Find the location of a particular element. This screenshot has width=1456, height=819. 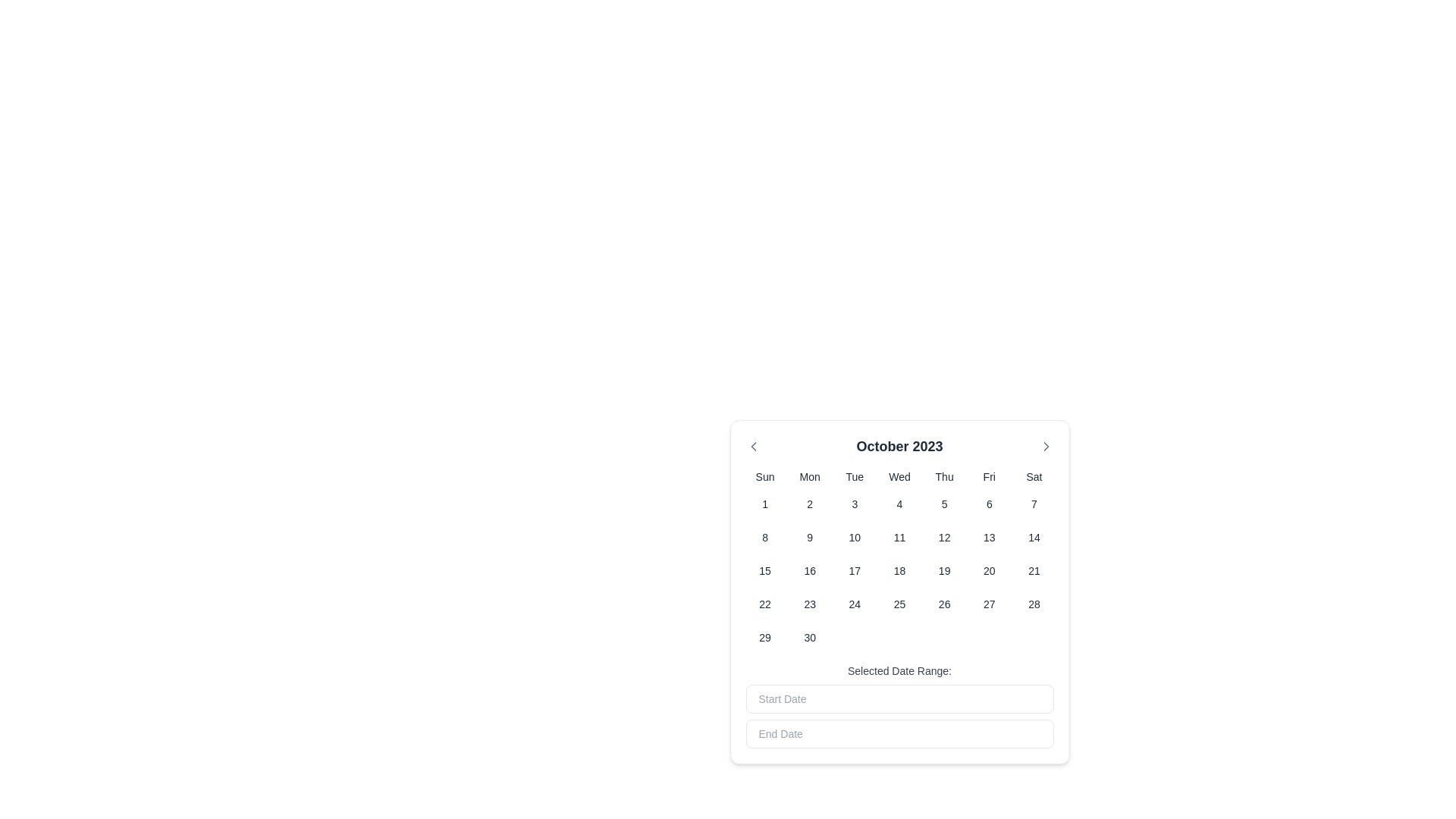

the rounded button labeled '26' located in the calendar grid under the 'Thu' header, positioned in the fifth column of the row starting with '22' is located at coordinates (943, 604).